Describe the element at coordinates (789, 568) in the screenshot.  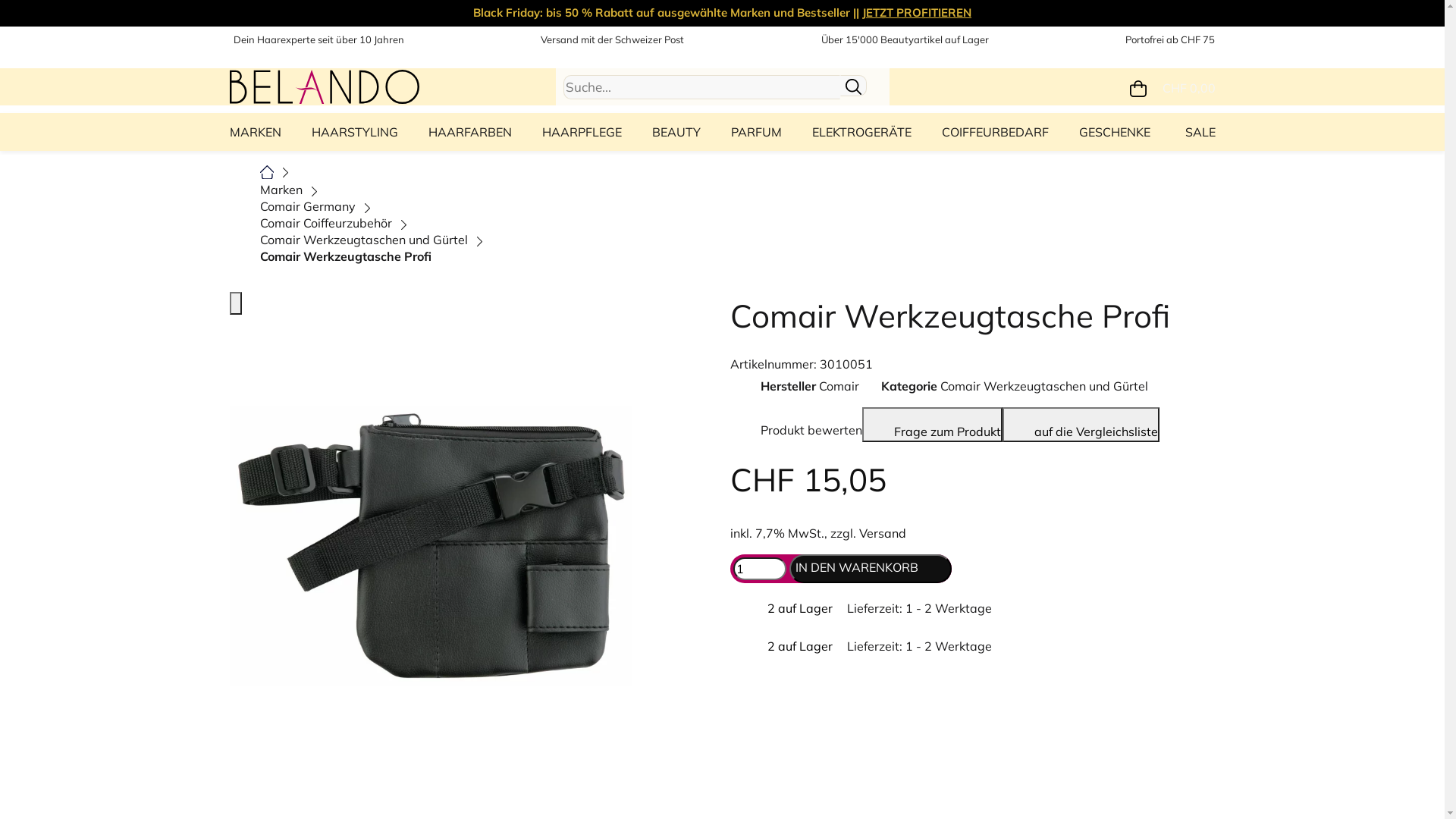
I see `'IN DEN WARENKORB'` at that location.